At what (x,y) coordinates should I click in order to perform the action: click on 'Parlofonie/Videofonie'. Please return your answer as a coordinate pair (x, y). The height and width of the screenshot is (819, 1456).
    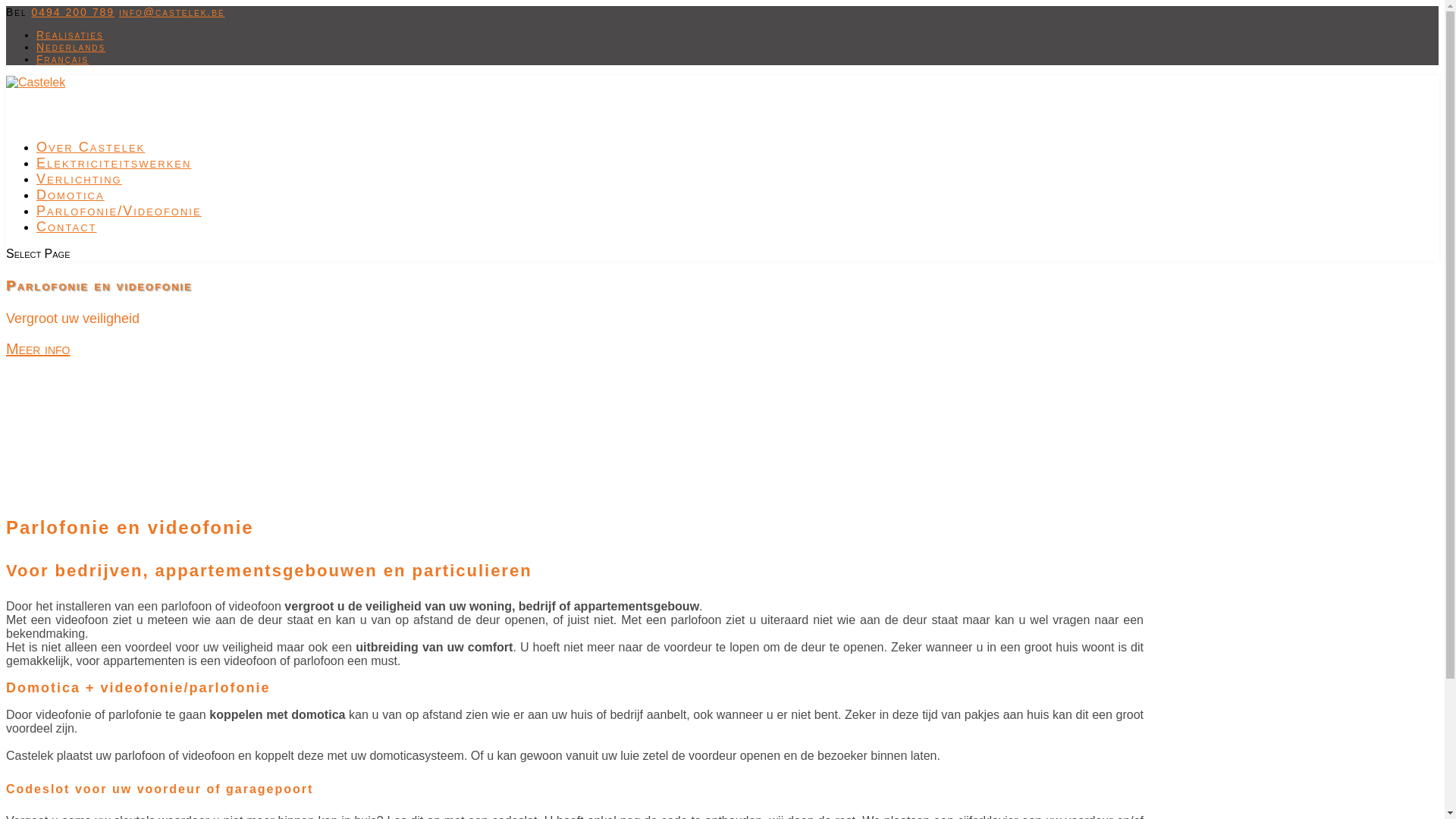
    Looking at the image, I should click on (118, 230).